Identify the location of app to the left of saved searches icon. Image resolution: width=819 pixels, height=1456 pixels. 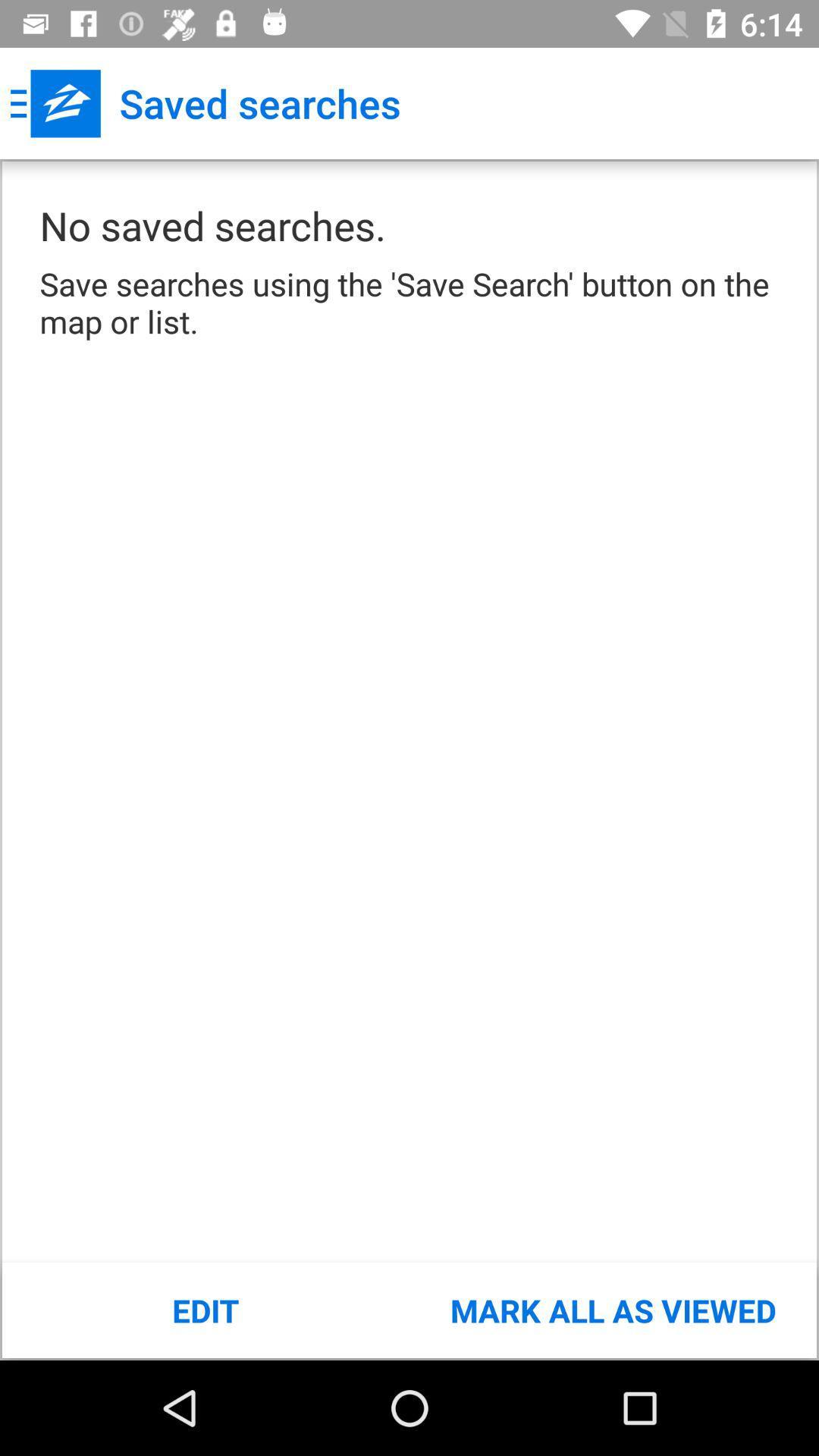
(55, 102).